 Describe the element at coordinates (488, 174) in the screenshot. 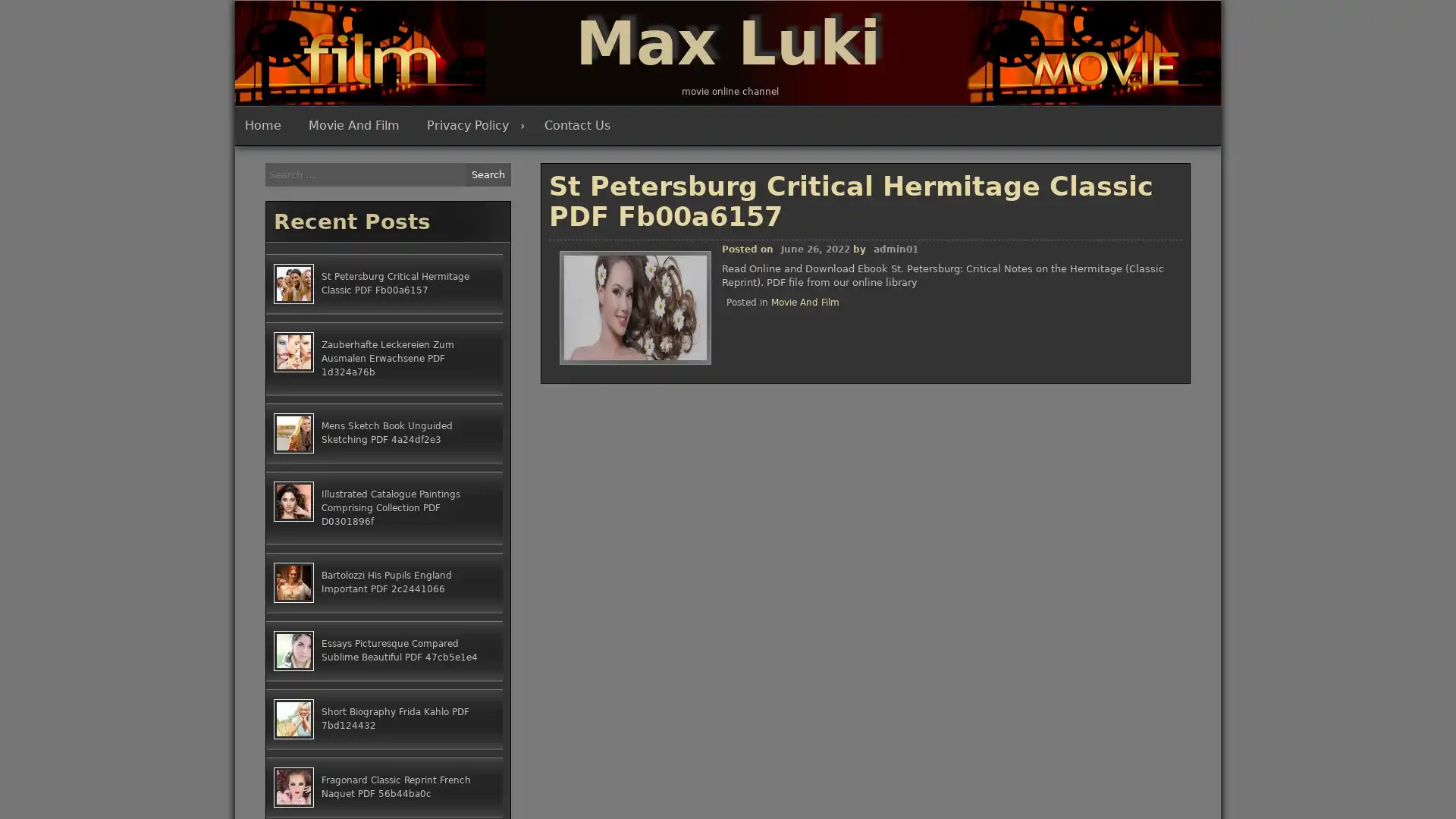

I see `Search` at that location.